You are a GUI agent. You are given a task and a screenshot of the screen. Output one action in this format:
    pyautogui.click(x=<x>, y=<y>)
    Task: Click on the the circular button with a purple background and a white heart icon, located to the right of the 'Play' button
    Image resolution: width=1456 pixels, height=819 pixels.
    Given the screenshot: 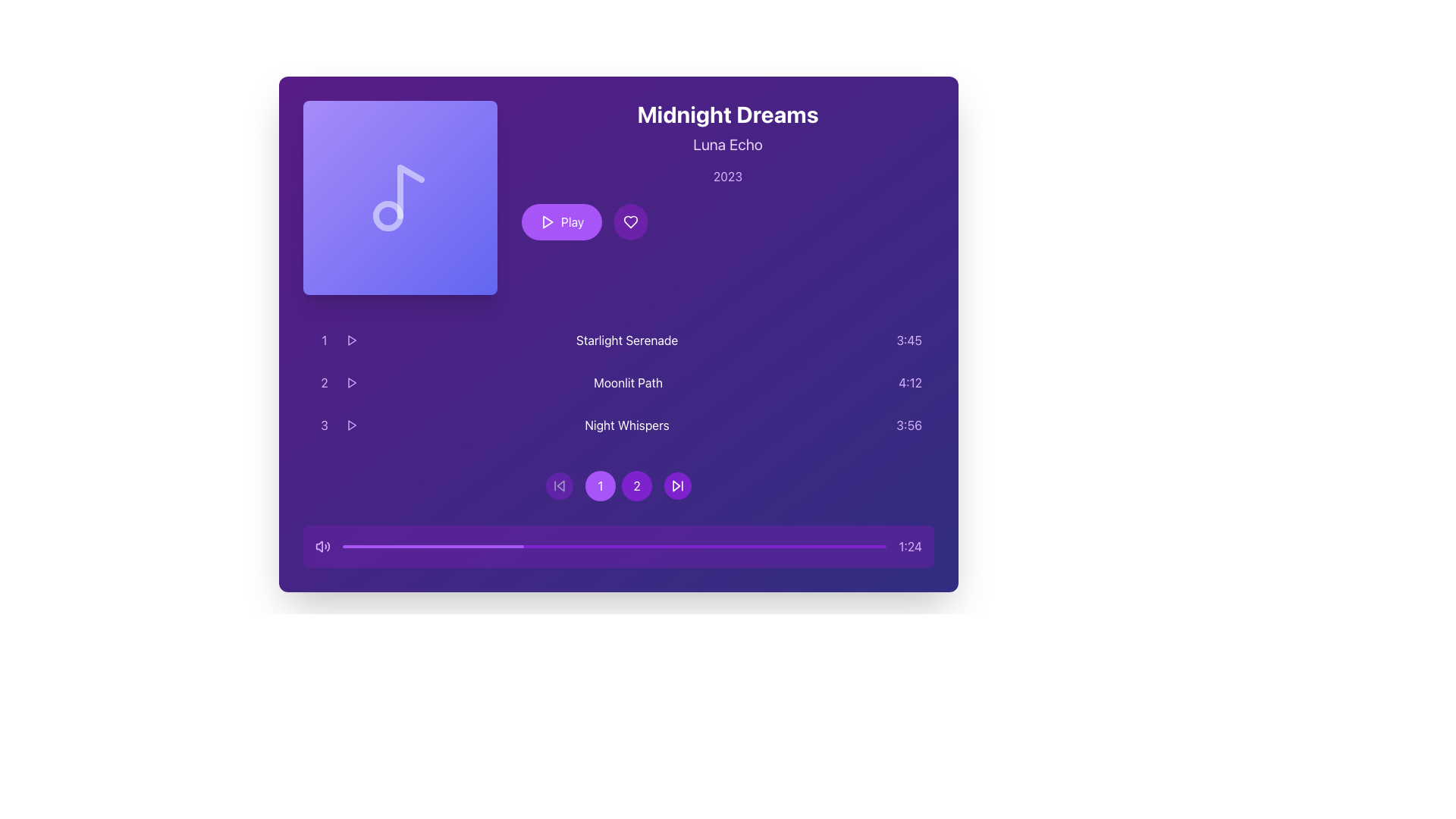 What is the action you would take?
    pyautogui.click(x=631, y=222)
    